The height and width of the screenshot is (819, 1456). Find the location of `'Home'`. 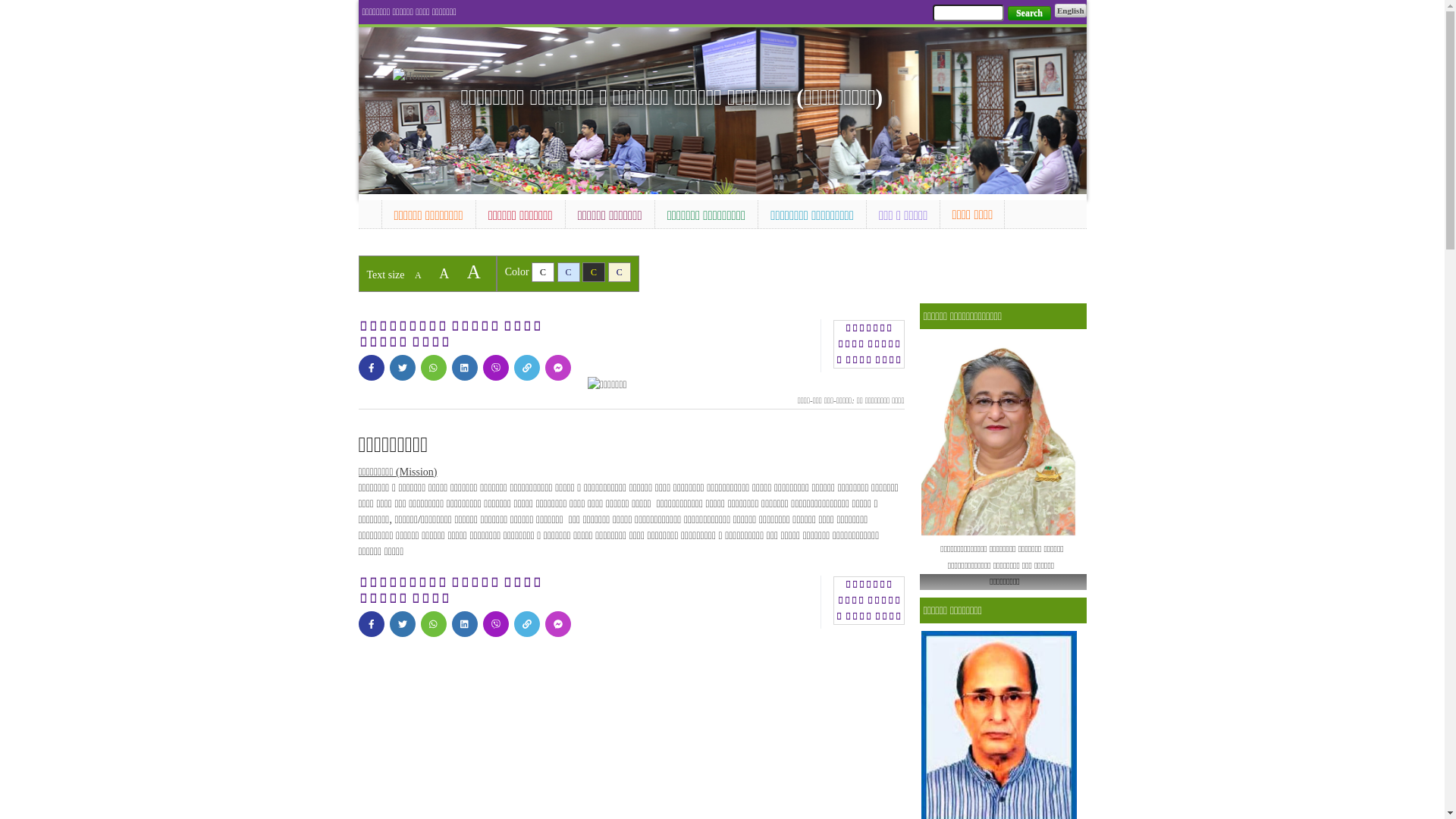

'Home' is located at coordinates (369, 212).